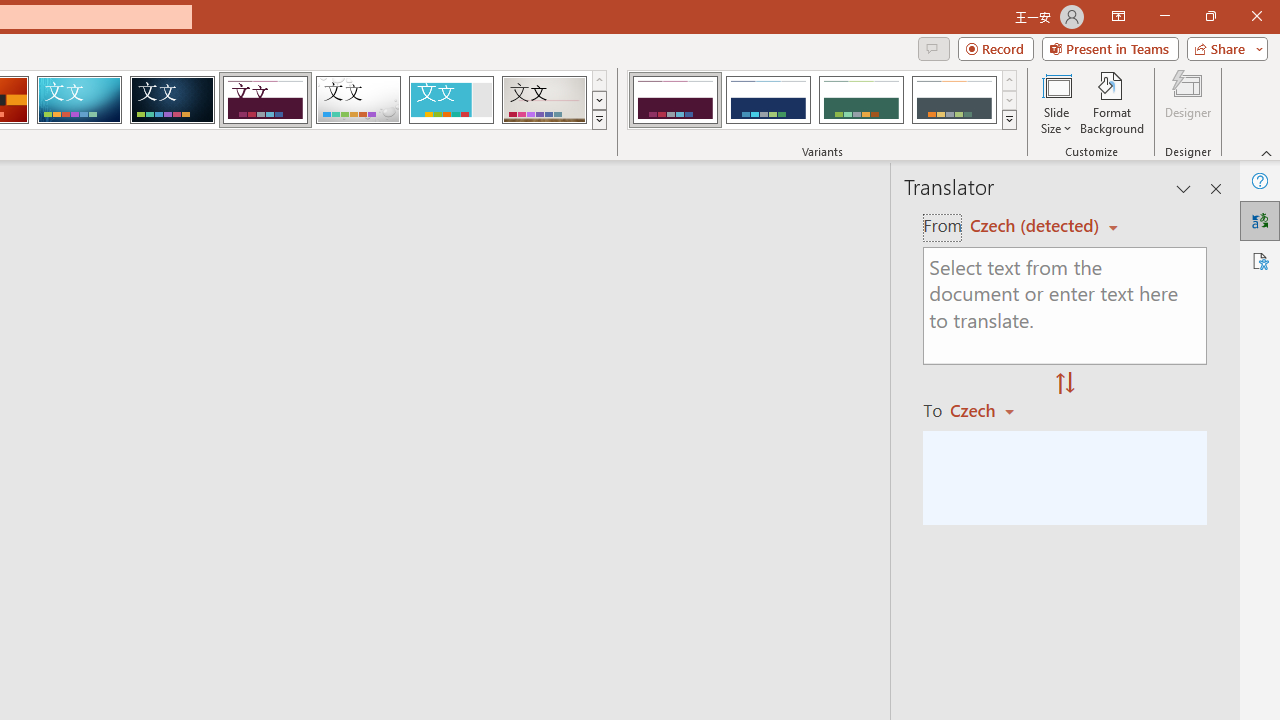 The image size is (1280, 720). I want to click on 'Damask', so click(172, 100).